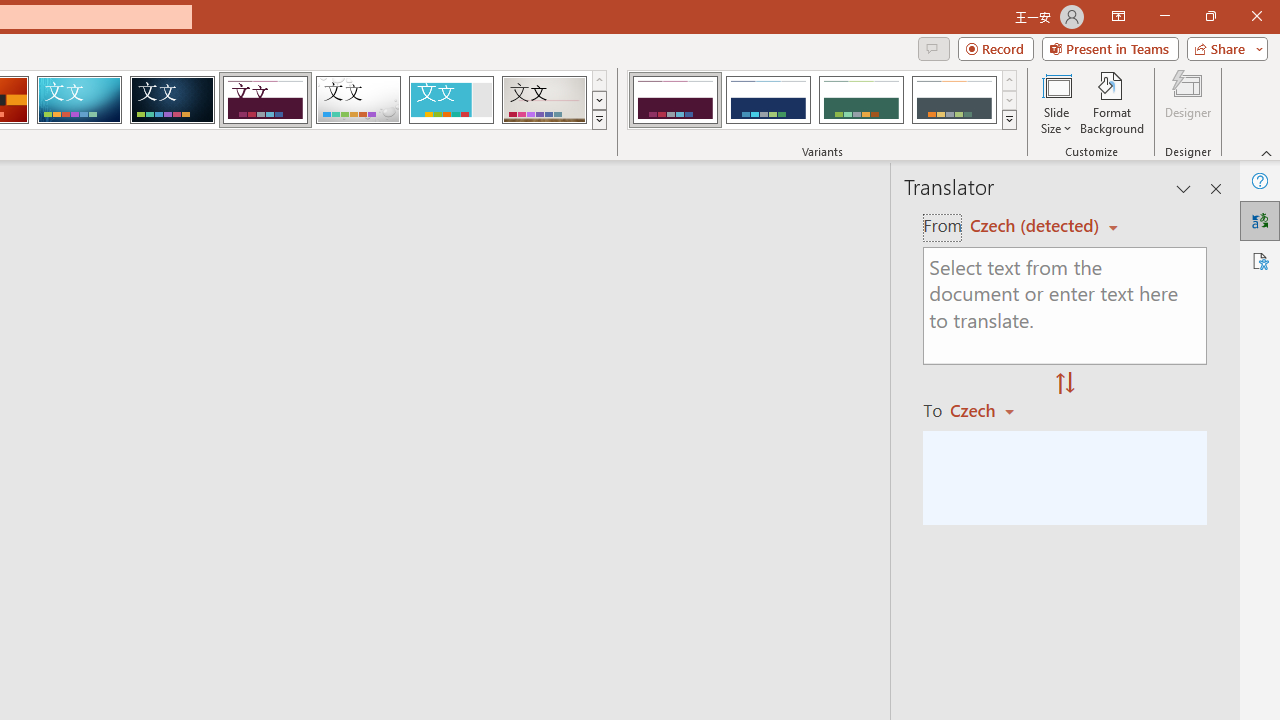 The image size is (1280, 720). I want to click on 'Damask', so click(172, 100).